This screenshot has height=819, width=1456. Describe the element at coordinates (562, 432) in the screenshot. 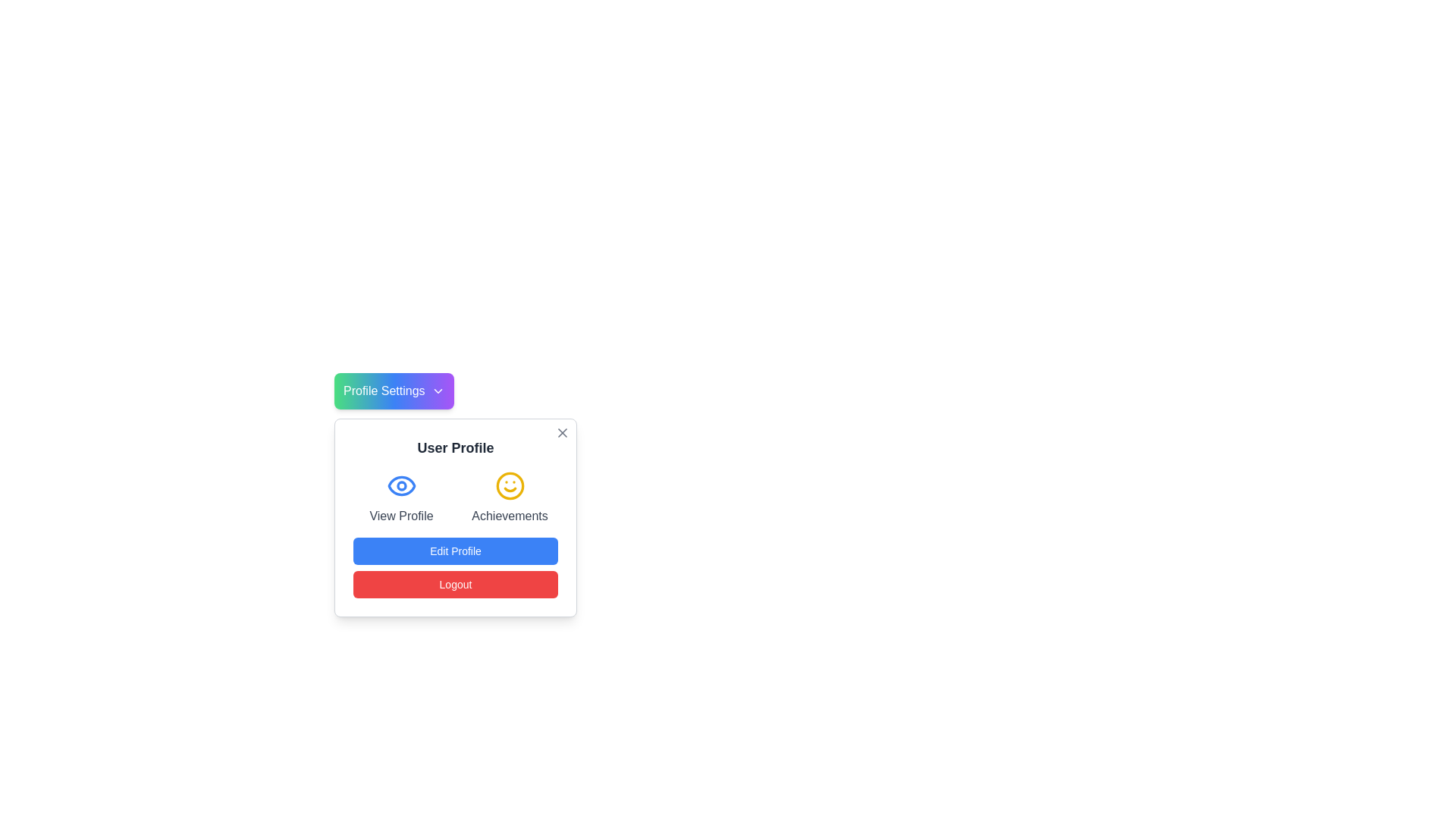

I see `the small diagonal 'X' icon, which is part of the close button in the top-right corner of the 'User Profile' modal` at that location.